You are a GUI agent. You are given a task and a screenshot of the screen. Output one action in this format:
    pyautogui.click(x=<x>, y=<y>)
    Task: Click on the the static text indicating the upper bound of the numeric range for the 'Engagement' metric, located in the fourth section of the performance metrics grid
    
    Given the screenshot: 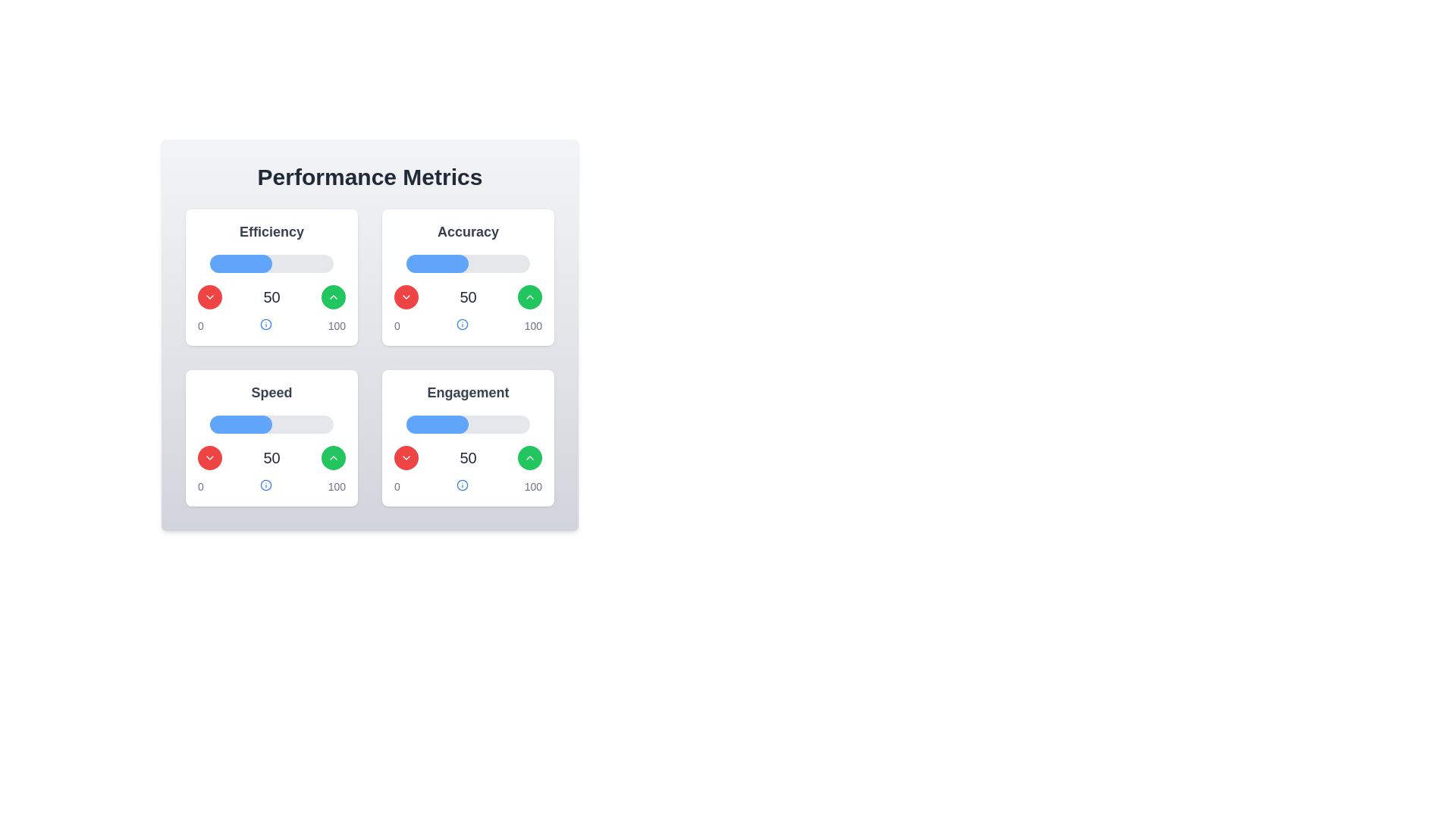 What is the action you would take?
    pyautogui.click(x=336, y=486)
    